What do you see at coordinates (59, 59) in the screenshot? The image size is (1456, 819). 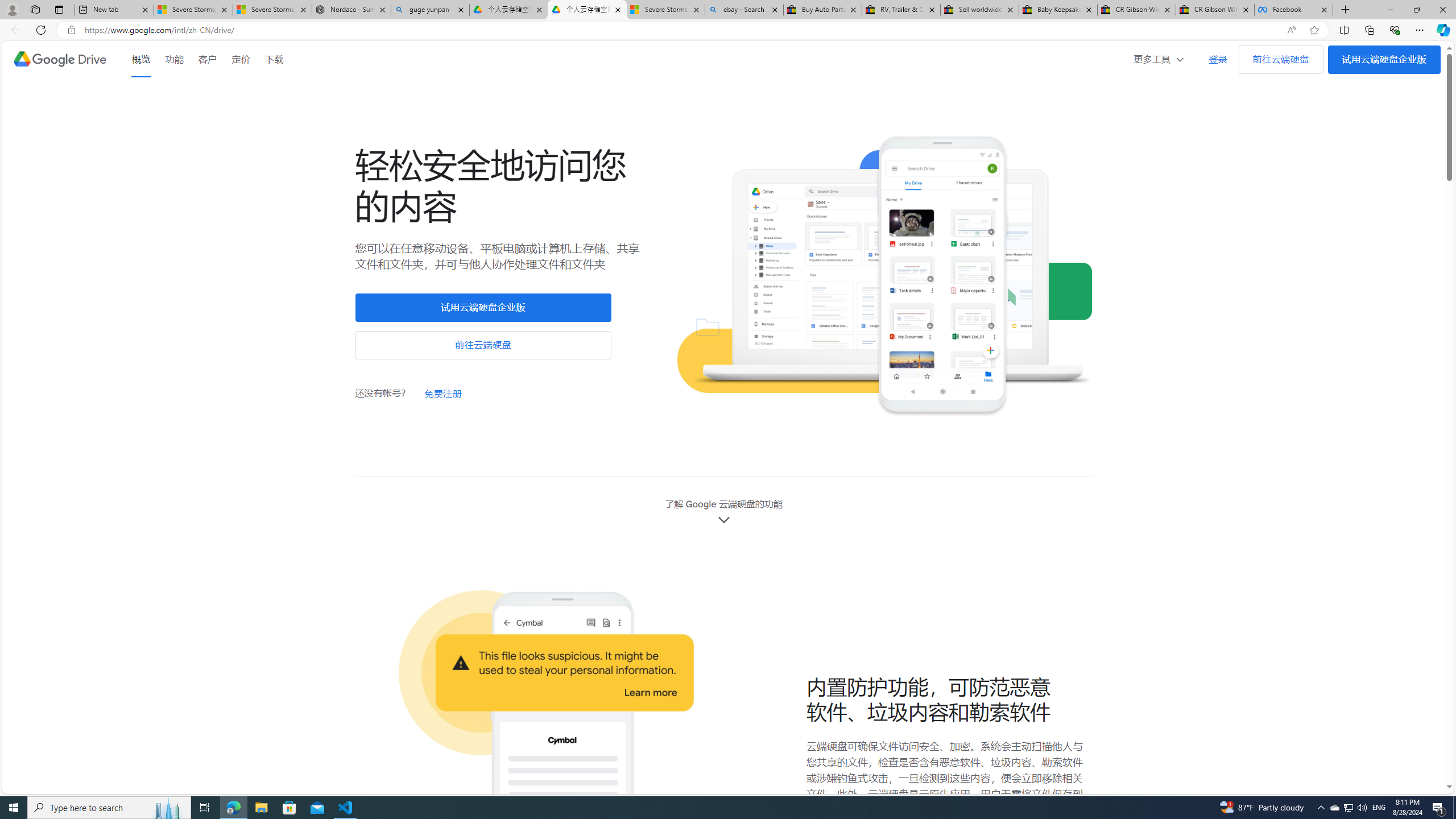 I see `'Google Drive'` at bounding box center [59, 59].